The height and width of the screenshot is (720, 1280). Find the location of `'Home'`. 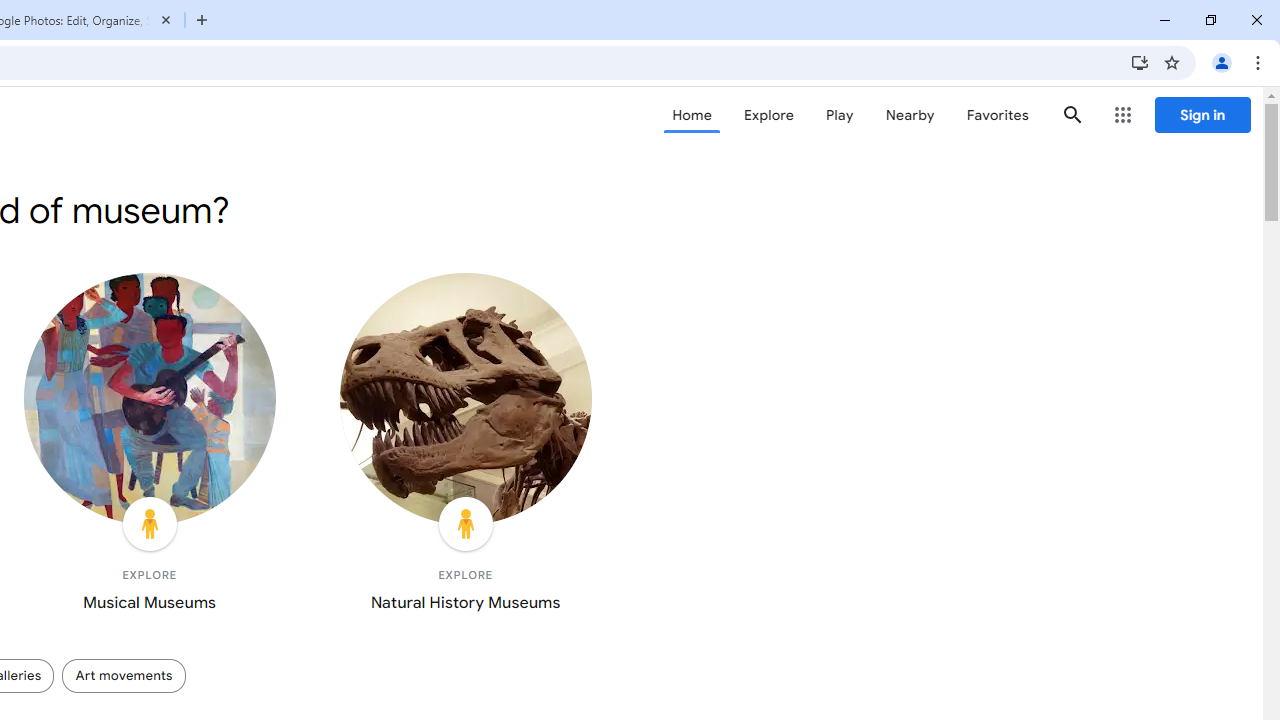

'Home' is located at coordinates (691, 115).